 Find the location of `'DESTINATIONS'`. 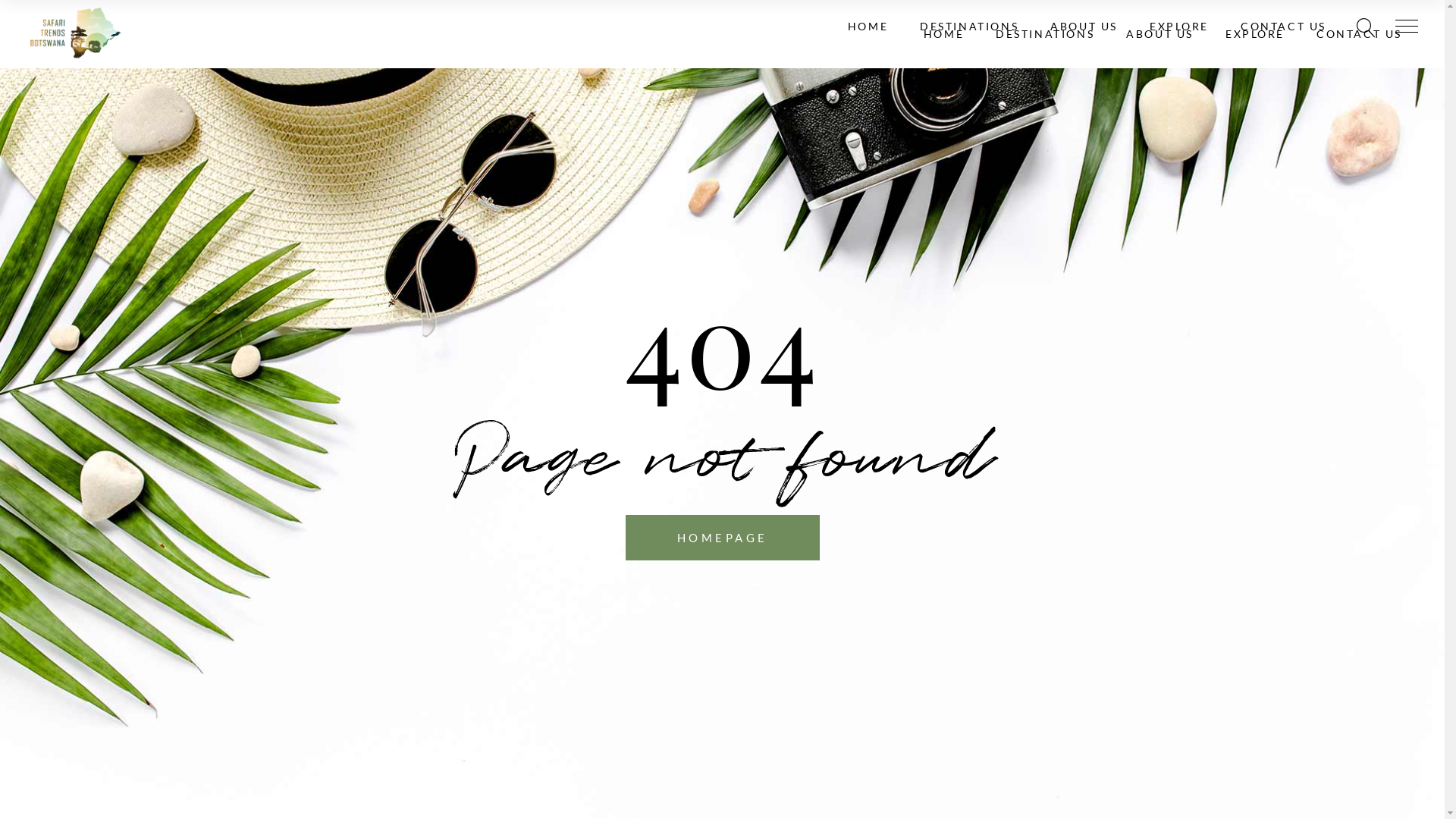

'DESTINATIONS' is located at coordinates (968, 26).